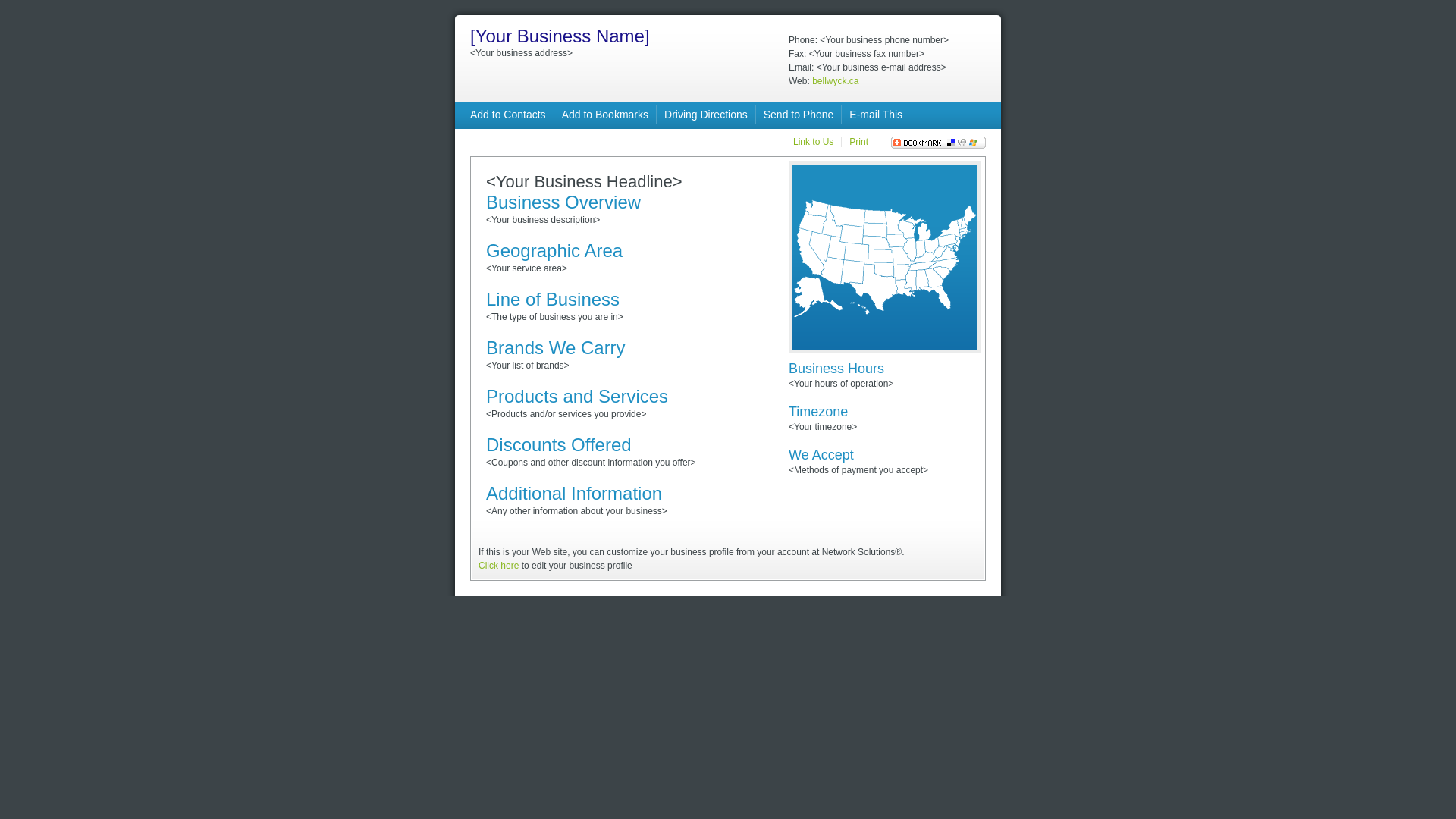 The image size is (1456, 819). Describe the element at coordinates (764, 113) in the screenshot. I see `'Send to Phone'` at that location.